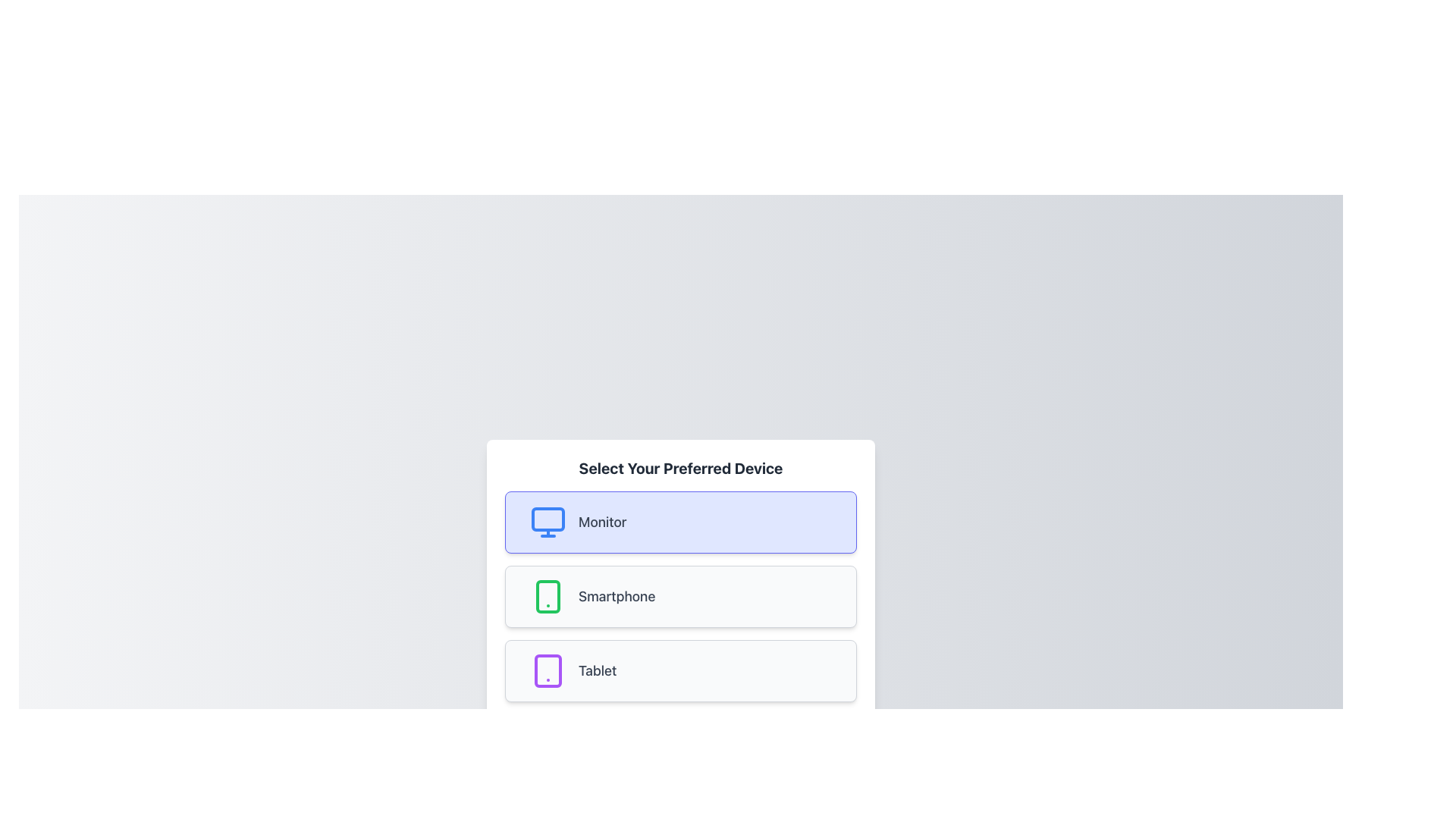 This screenshot has height=819, width=1456. Describe the element at coordinates (617, 595) in the screenshot. I see `the text label displaying 'Smartphone' which is styled in gray color and presented in a bold font within a card-like background` at that location.